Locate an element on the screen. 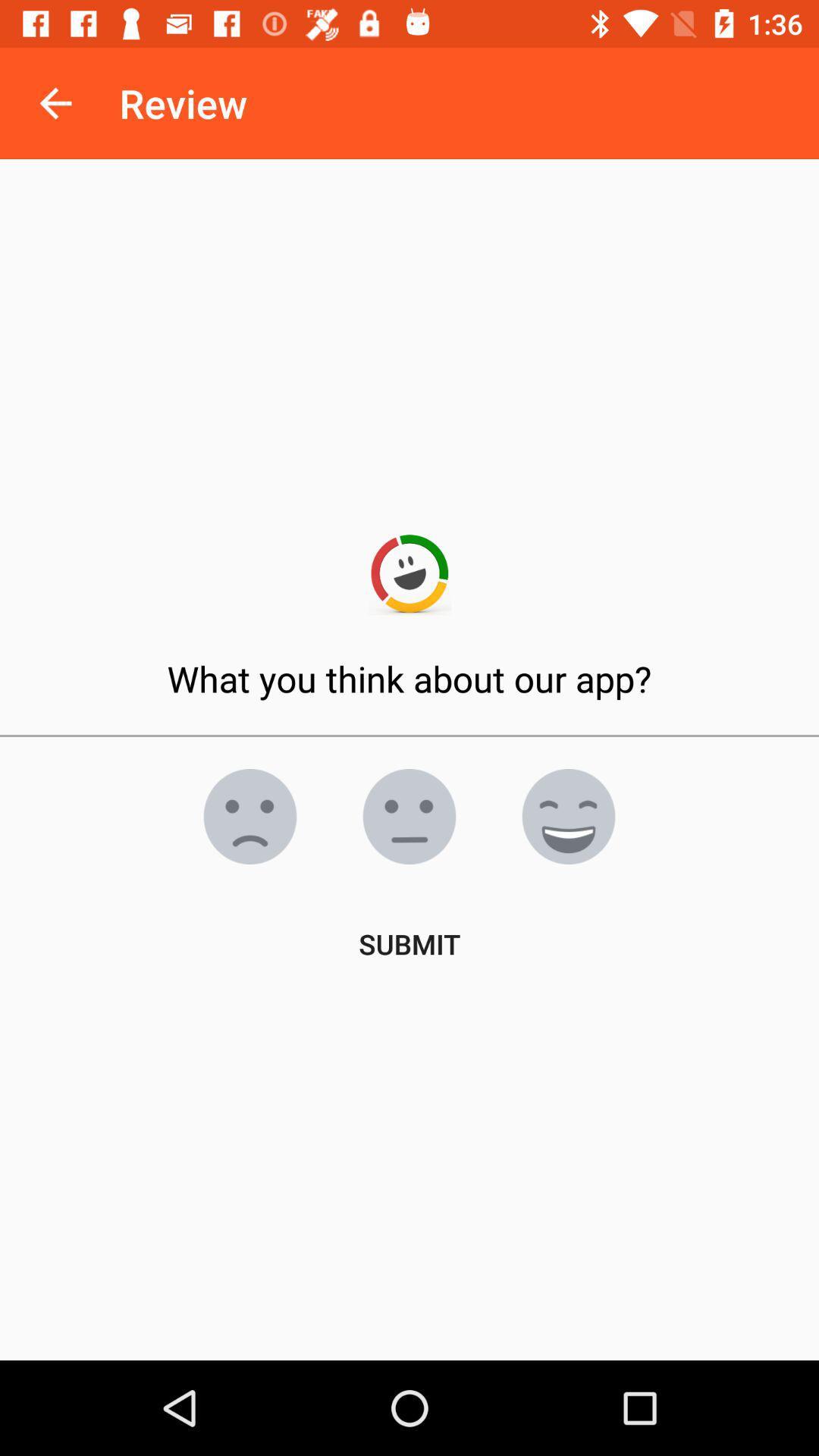 This screenshot has width=819, height=1456. neutral opinion smiley is located at coordinates (409, 815).